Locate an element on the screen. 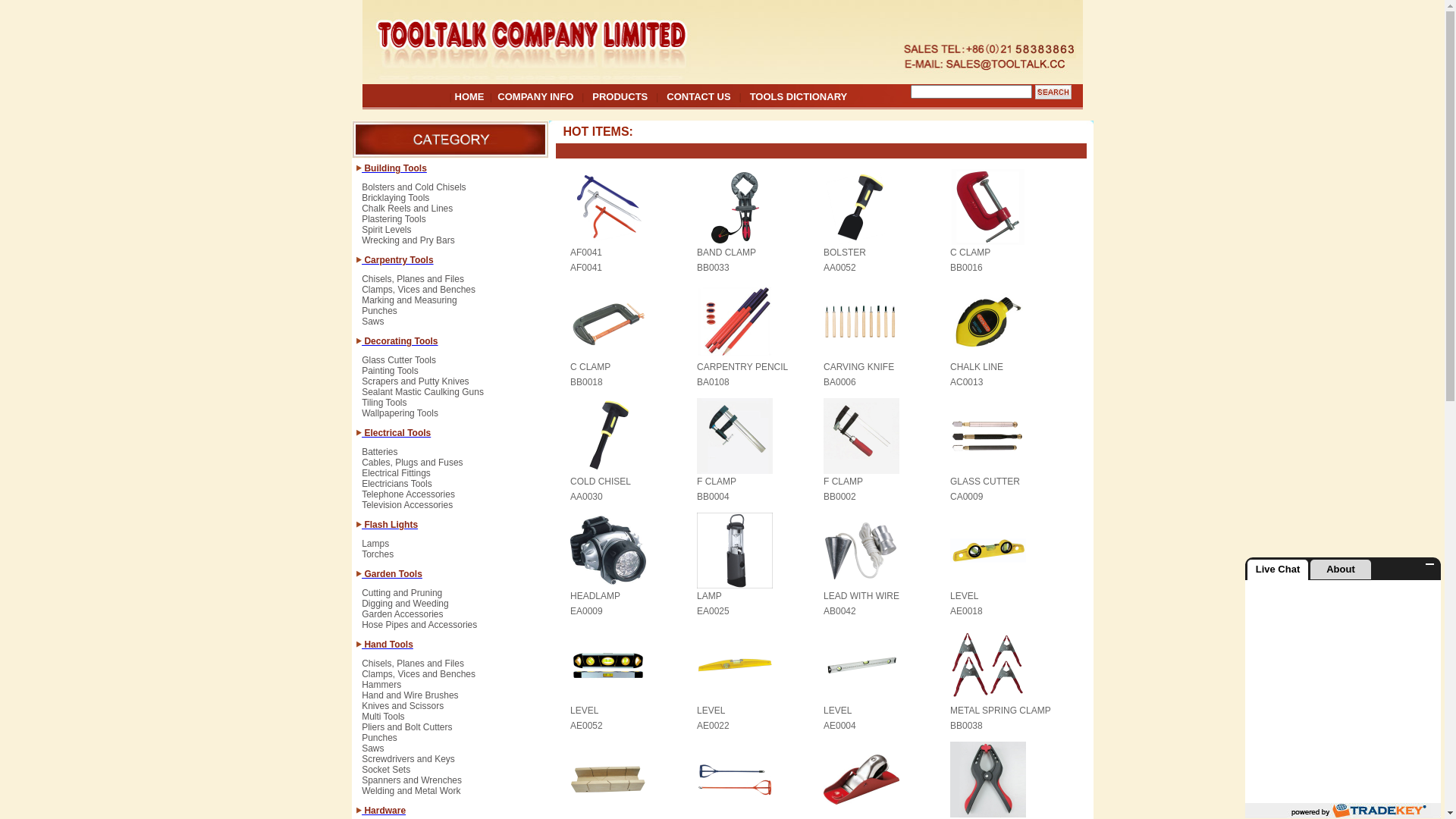 The width and height of the screenshot is (1456, 819). 'LEAD WITH WIRE' is located at coordinates (822, 595).